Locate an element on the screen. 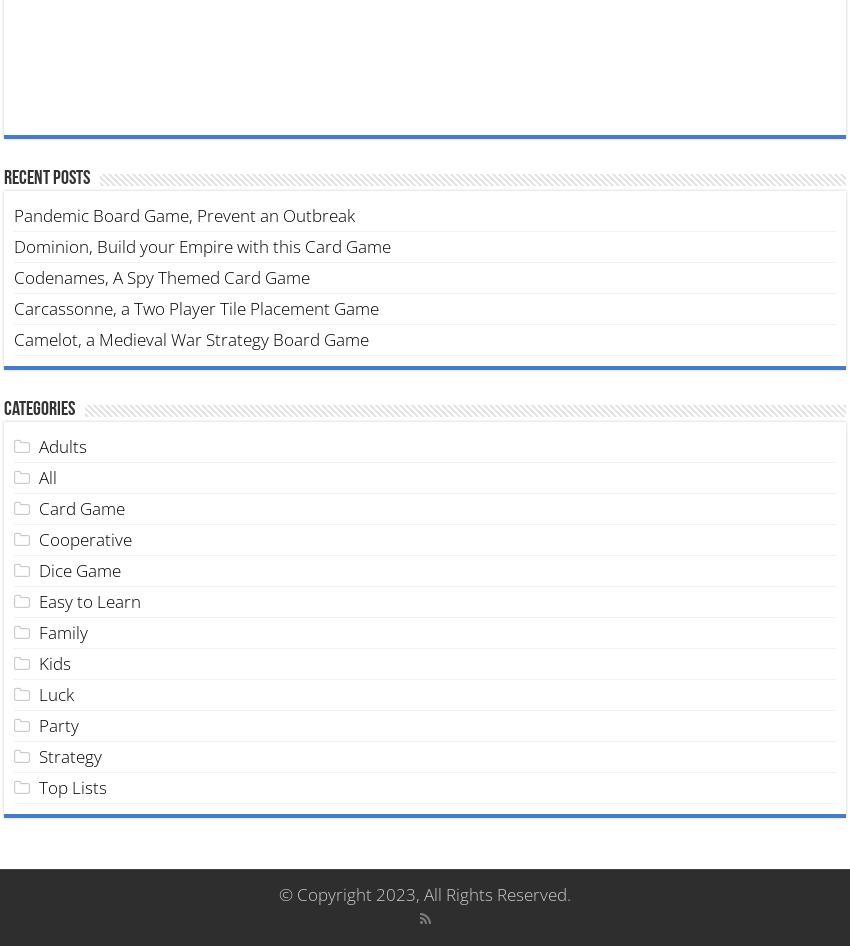  'Carcassonne, a Two Player Tile Placement Game' is located at coordinates (195, 306).